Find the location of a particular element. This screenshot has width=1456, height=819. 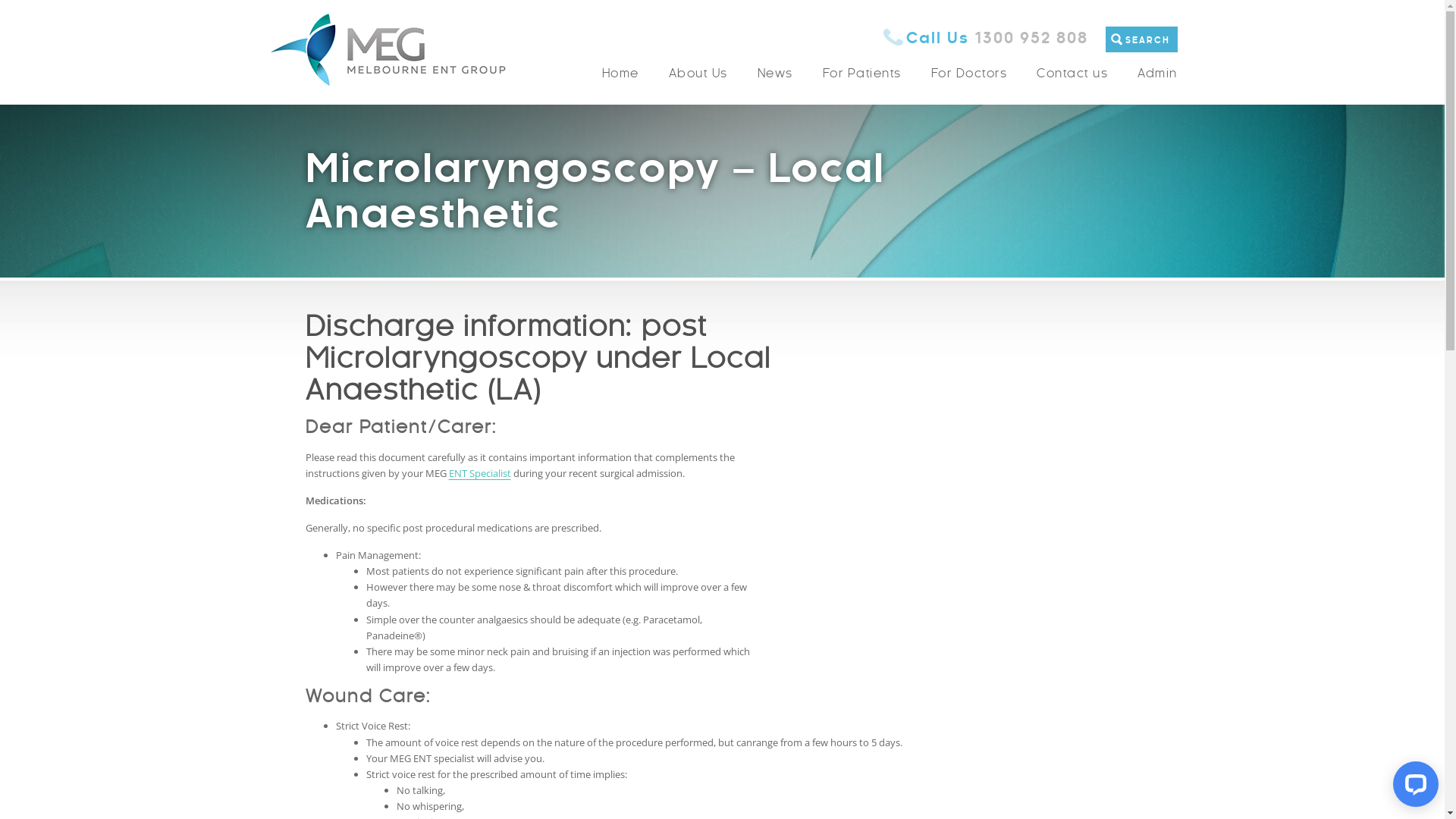

'ENT Specialist' is located at coordinates (479, 472).